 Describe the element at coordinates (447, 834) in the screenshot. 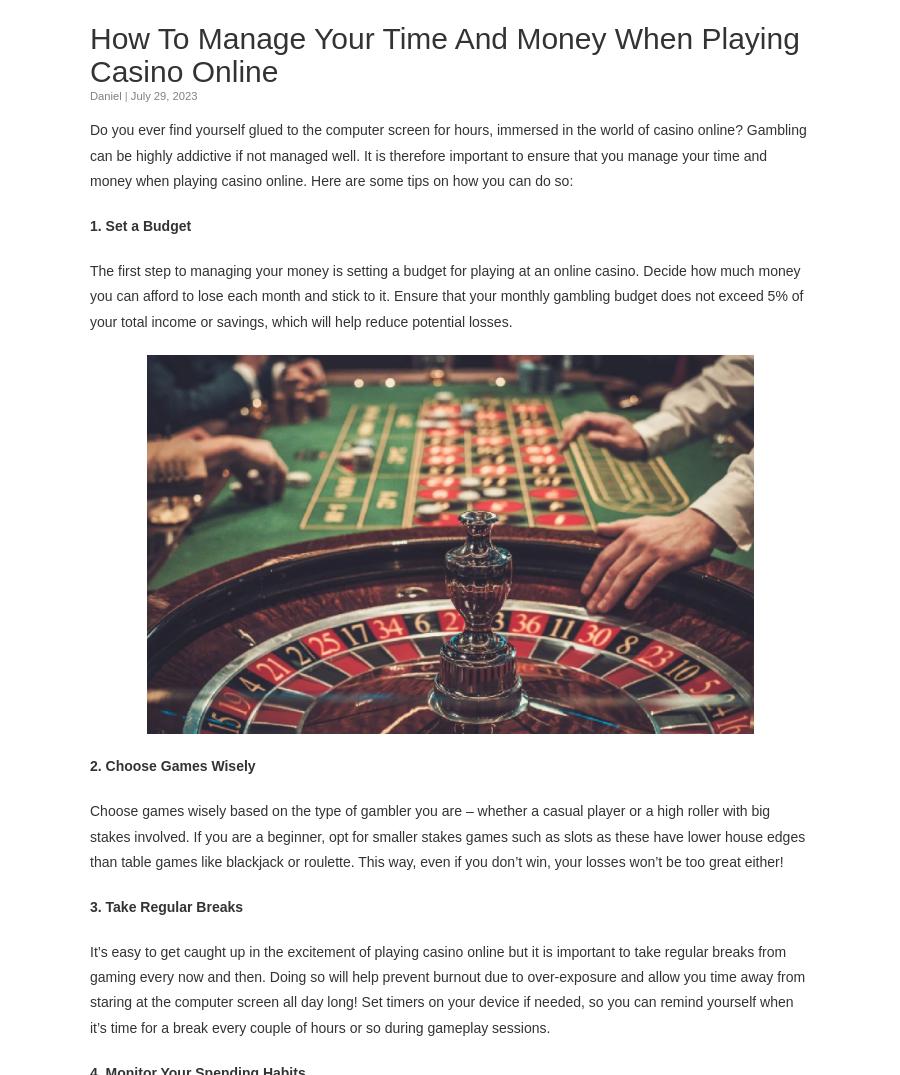

I see `'Choose games wisely based on the type of gambler you are – whether a casual player or a high roller with big stakes involved. If you are a beginner, opt for smaller stakes games such as slots as these have lower house edges than table games like blackjack or roulette. This way, even if you don’t win, your losses won’t be too great either!'` at that location.